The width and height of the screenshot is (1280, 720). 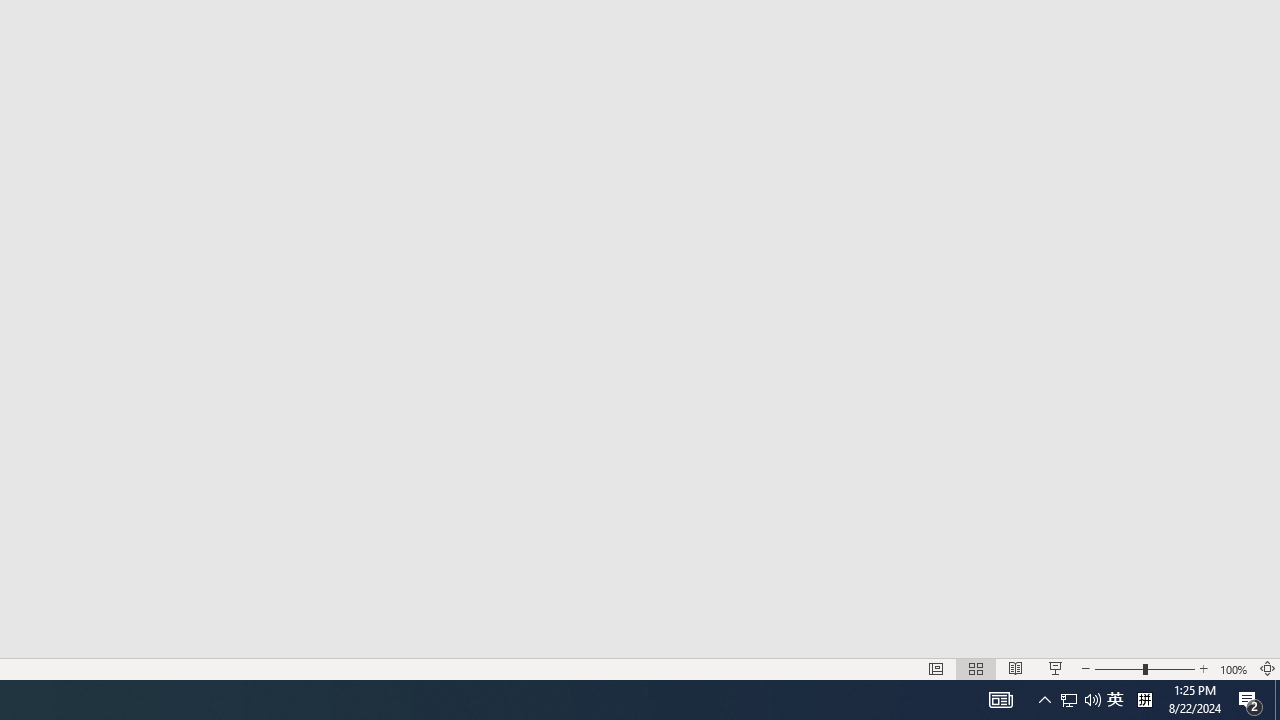 What do you see at coordinates (1015, 669) in the screenshot?
I see `'Reading View'` at bounding box center [1015, 669].